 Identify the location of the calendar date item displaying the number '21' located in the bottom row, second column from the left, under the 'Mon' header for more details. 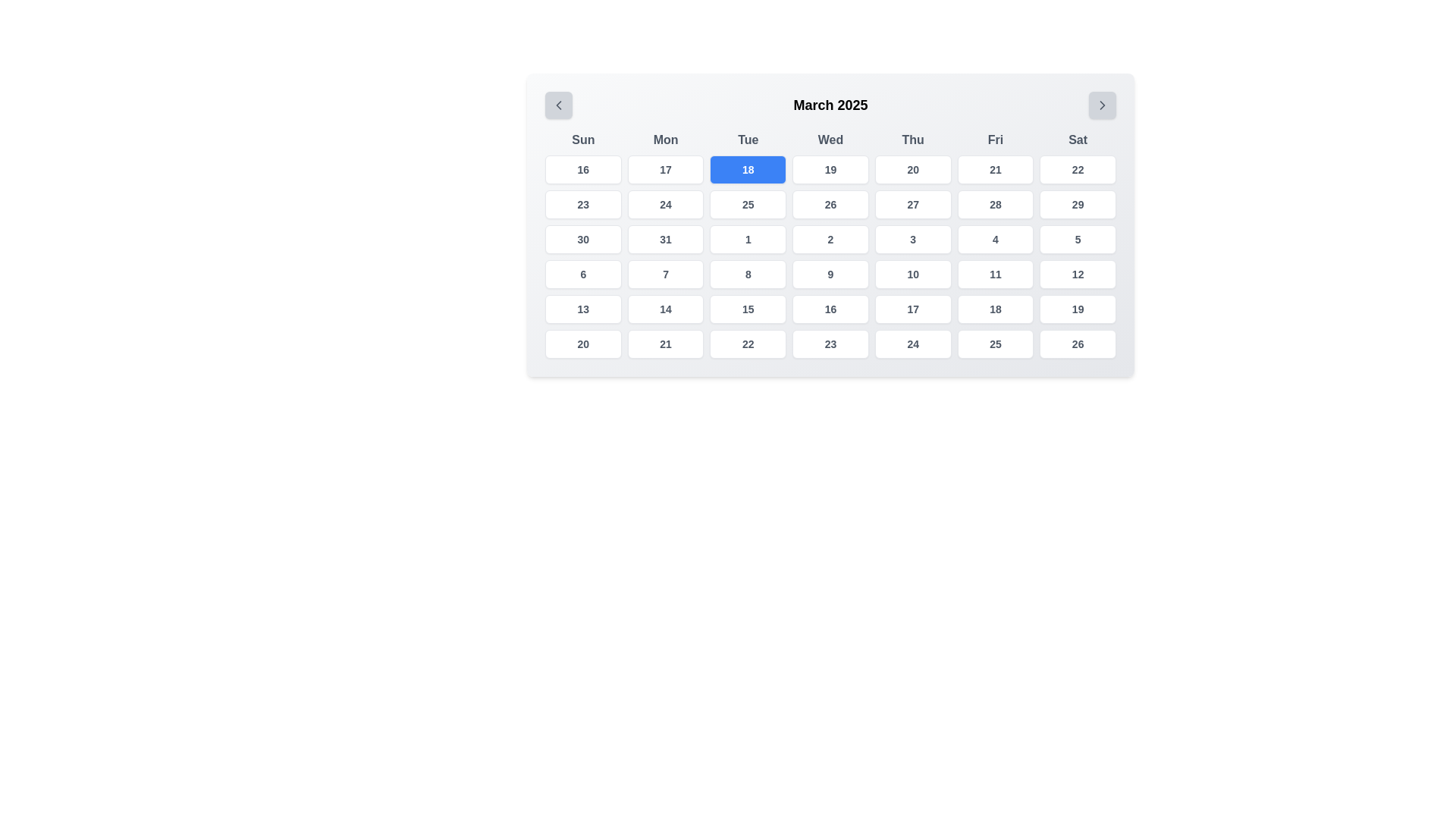
(666, 344).